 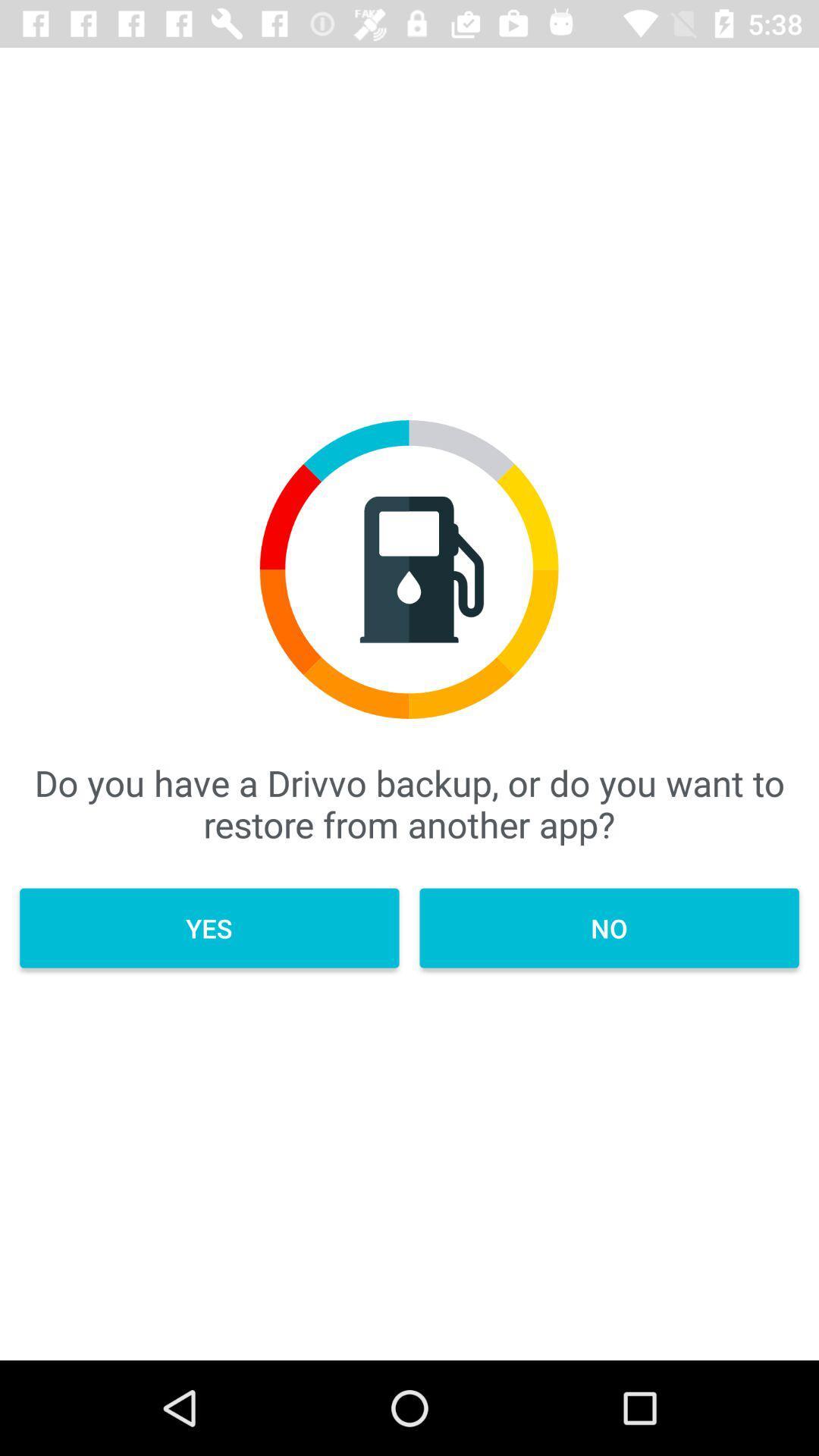 What do you see at coordinates (608, 927) in the screenshot?
I see `no on the right` at bounding box center [608, 927].